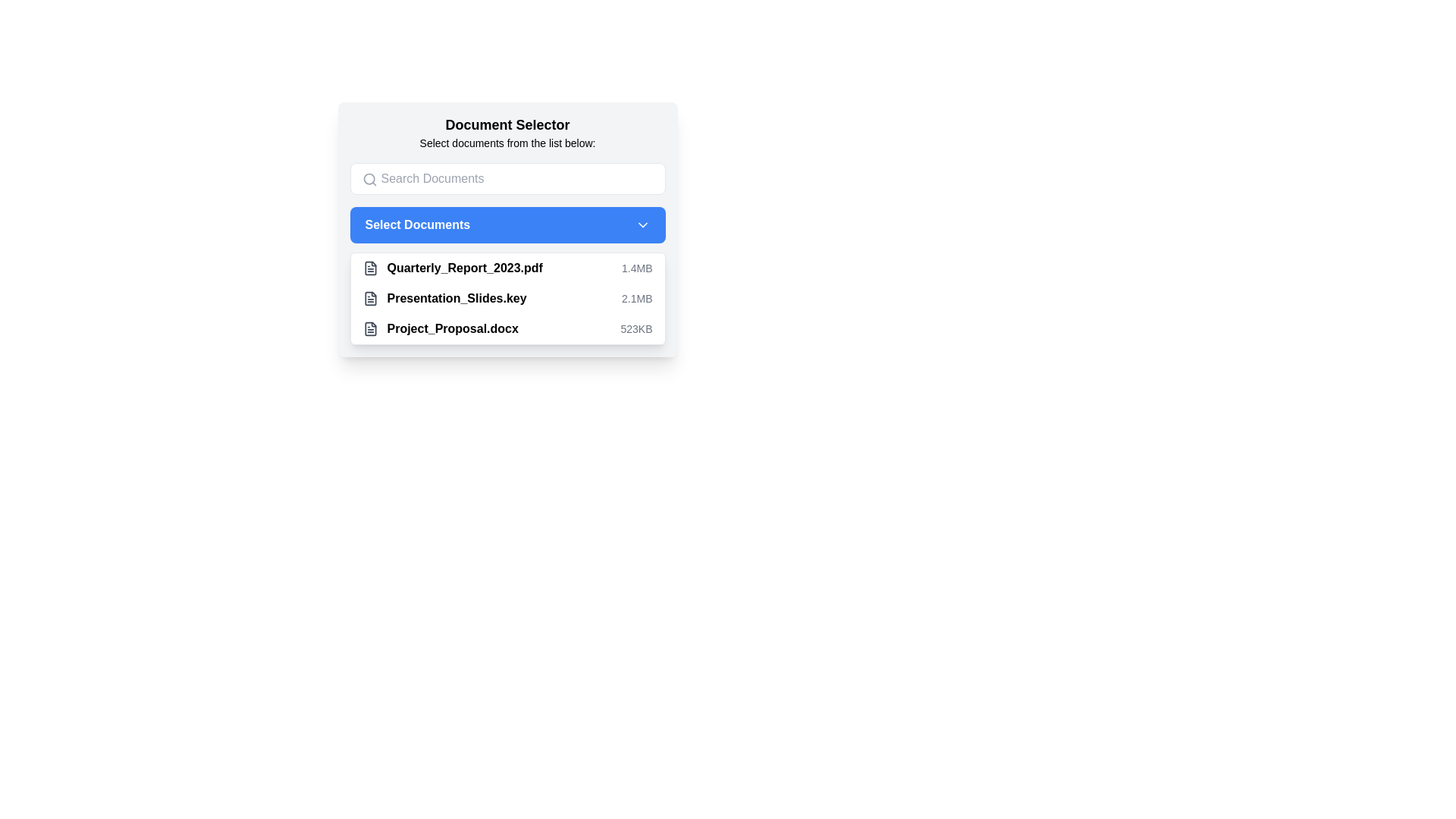 The width and height of the screenshot is (1456, 819). I want to click on title label indicating the purpose of the interface for document selection, which is the topmost text element in the UI, so click(507, 124).